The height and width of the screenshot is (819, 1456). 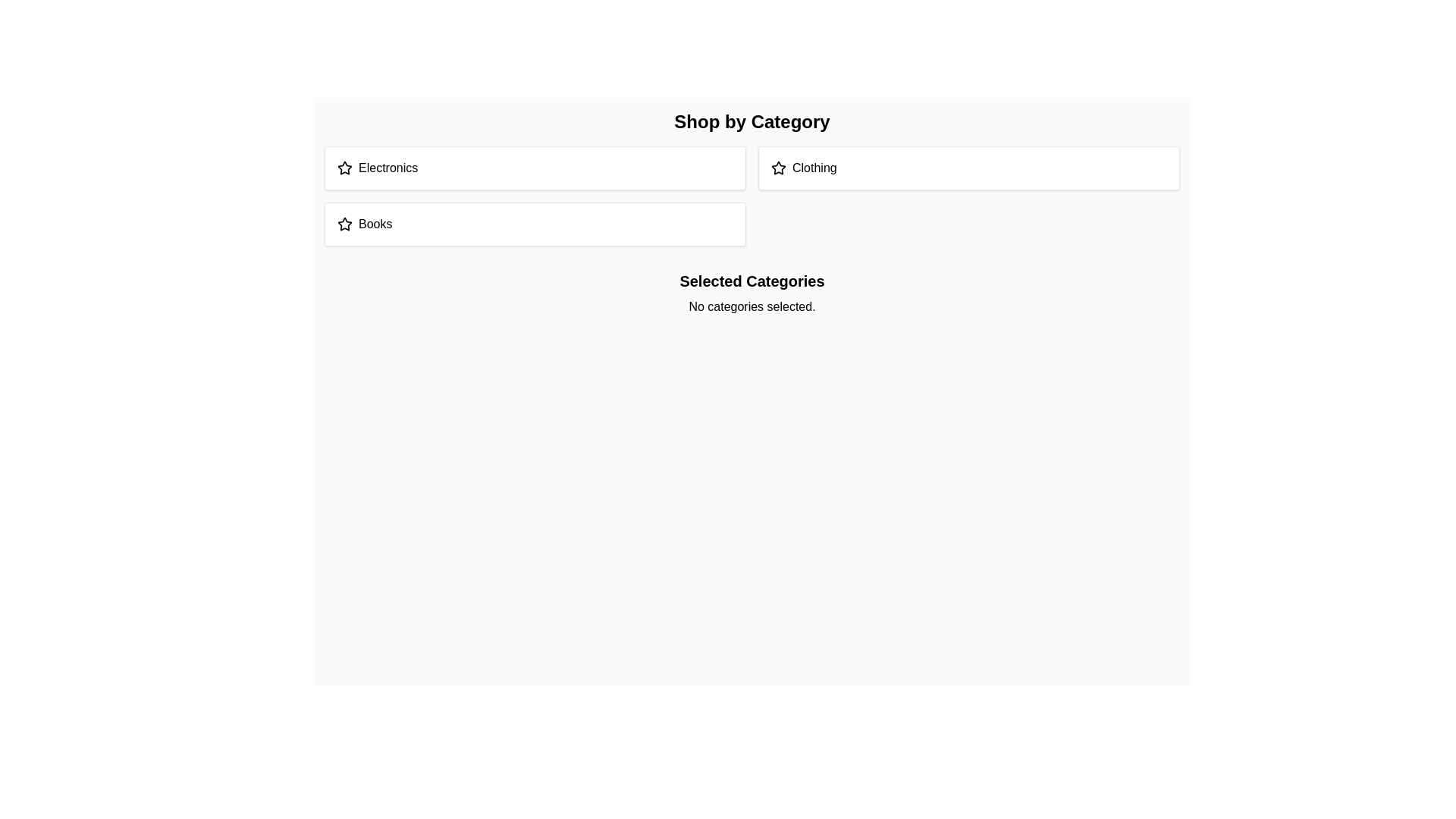 What do you see at coordinates (779, 168) in the screenshot?
I see `the favorite icon located to the left of the 'Clothing' label in the 'Shop by Category' section` at bounding box center [779, 168].